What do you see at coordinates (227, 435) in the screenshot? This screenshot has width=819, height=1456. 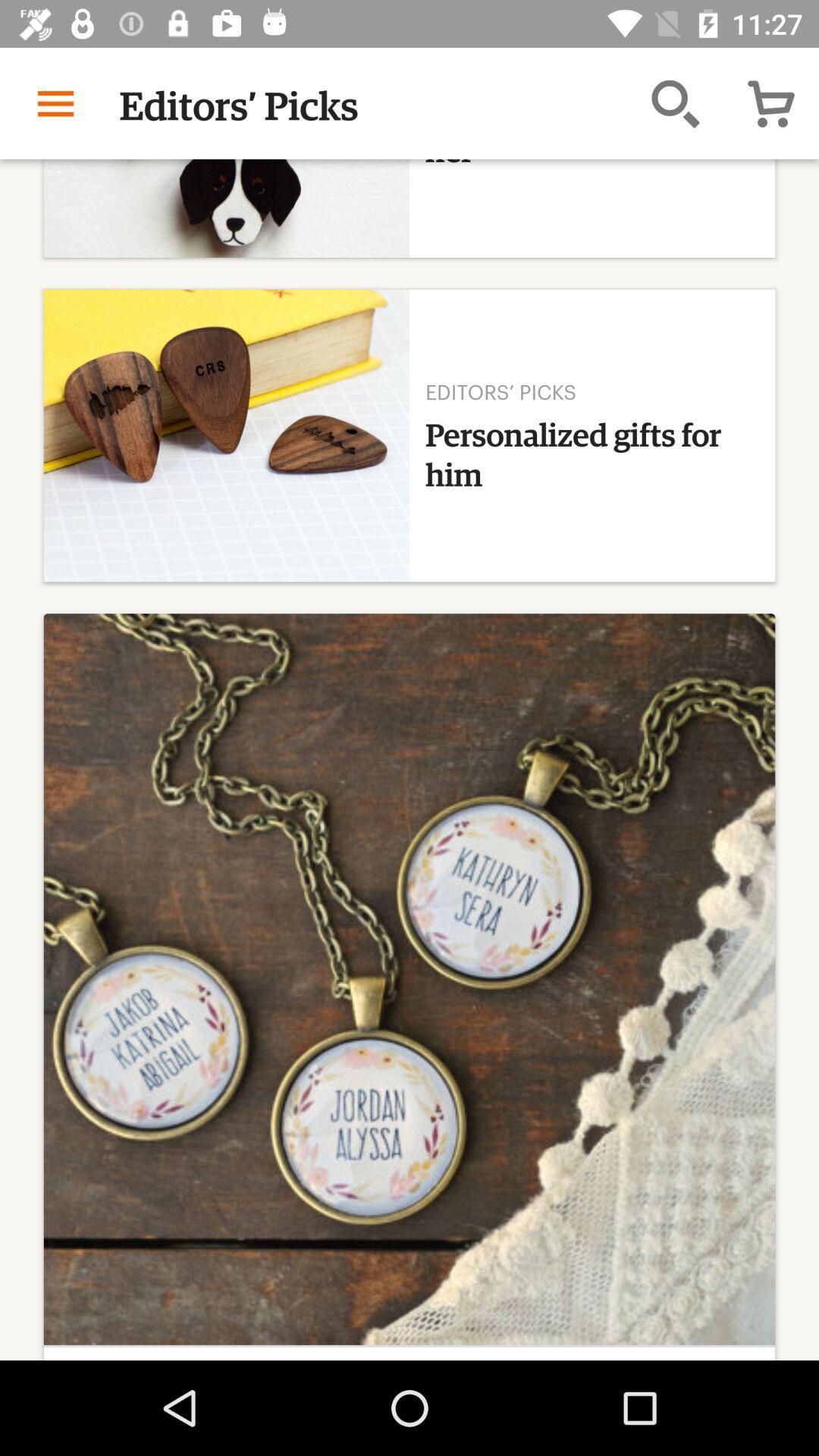 I see `the image beside the editors picks` at bounding box center [227, 435].